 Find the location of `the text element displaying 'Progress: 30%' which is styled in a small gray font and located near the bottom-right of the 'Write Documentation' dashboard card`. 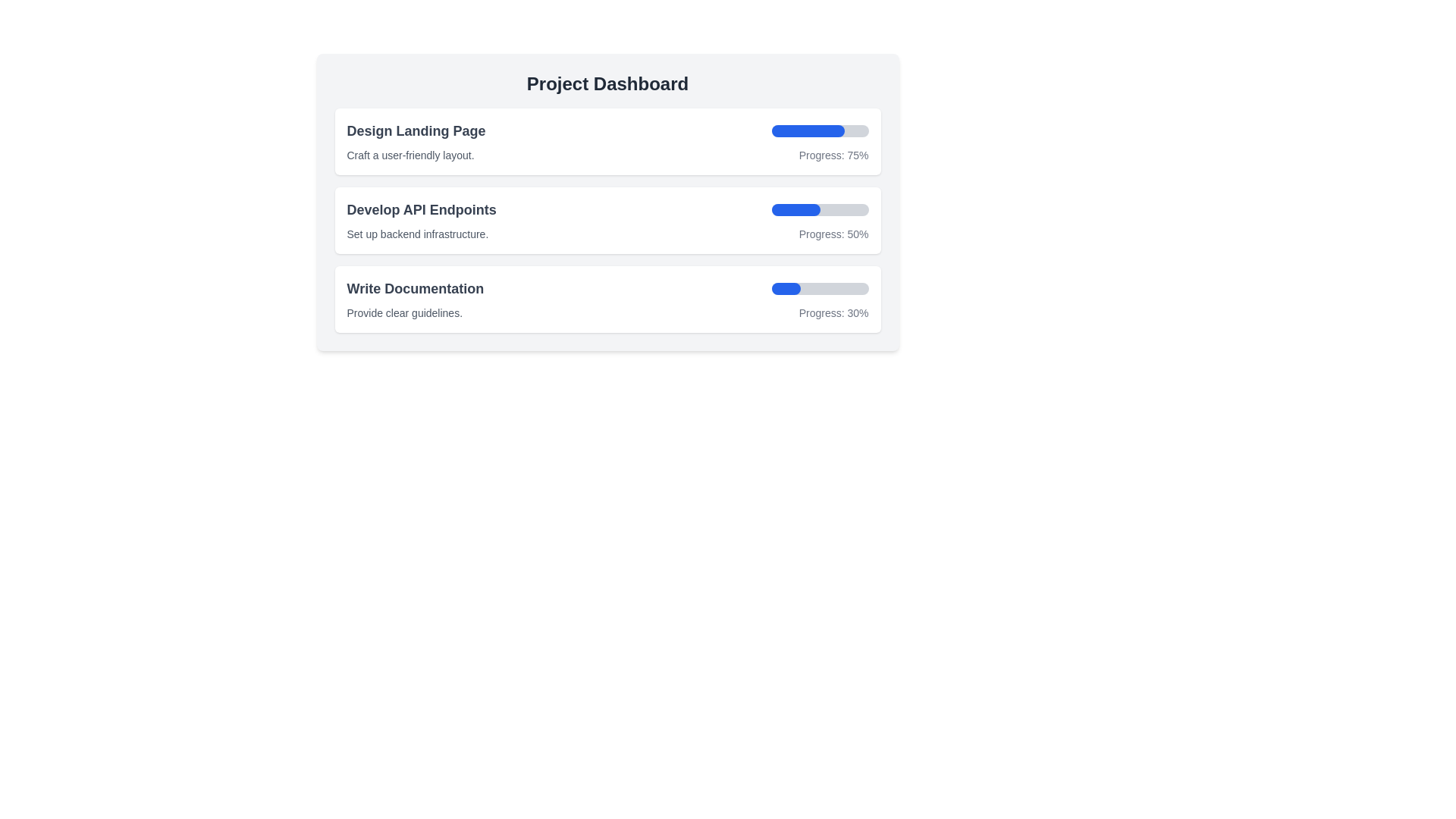

the text element displaying 'Progress: 30%' which is styled in a small gray font and located near the bottom-right of the 'Write Documentation' dashboard card is located at coordinates (833, 312).